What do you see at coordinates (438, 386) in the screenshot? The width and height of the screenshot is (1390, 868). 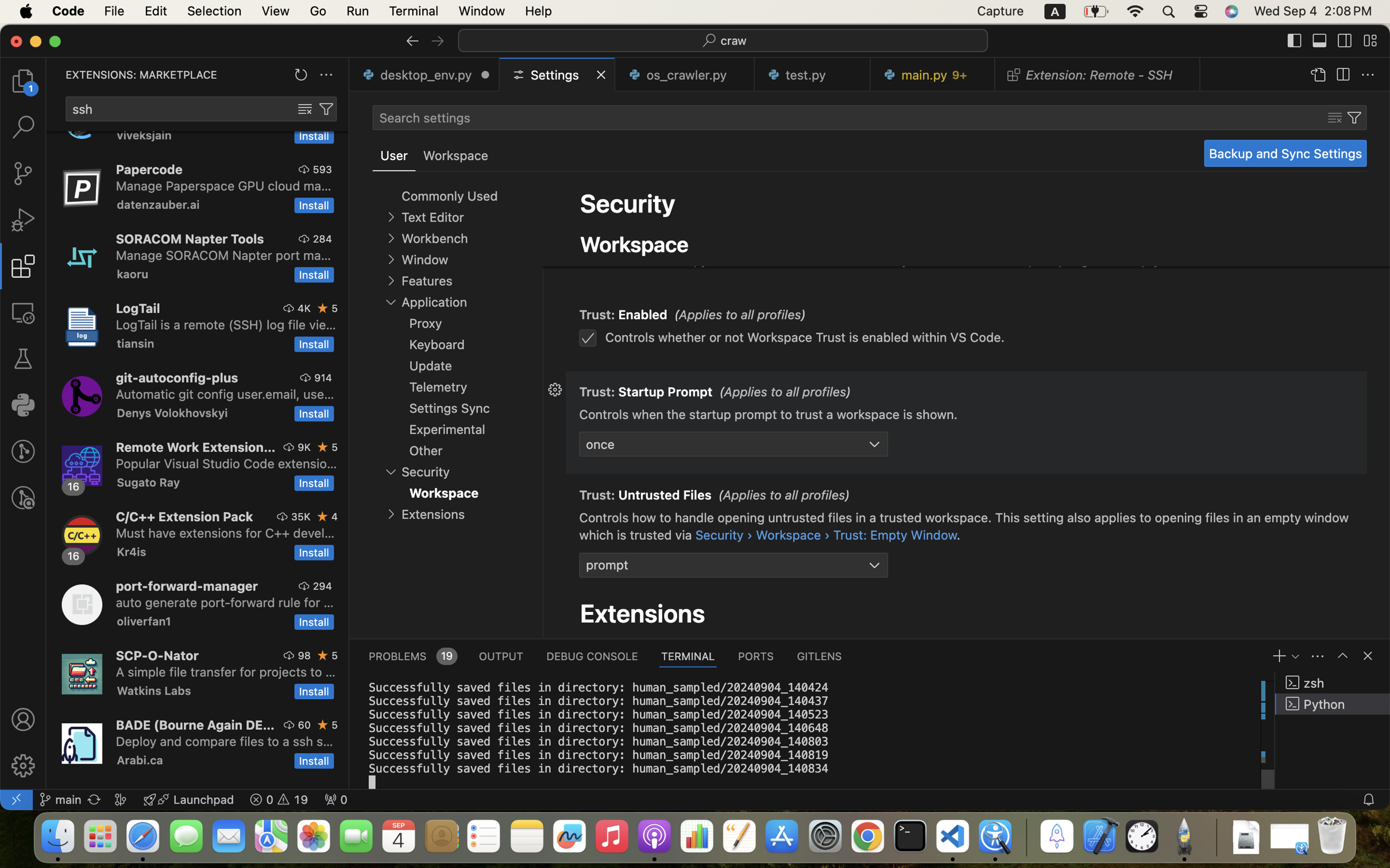 I see `'Telemetry'` at bounding box center [438, 386].